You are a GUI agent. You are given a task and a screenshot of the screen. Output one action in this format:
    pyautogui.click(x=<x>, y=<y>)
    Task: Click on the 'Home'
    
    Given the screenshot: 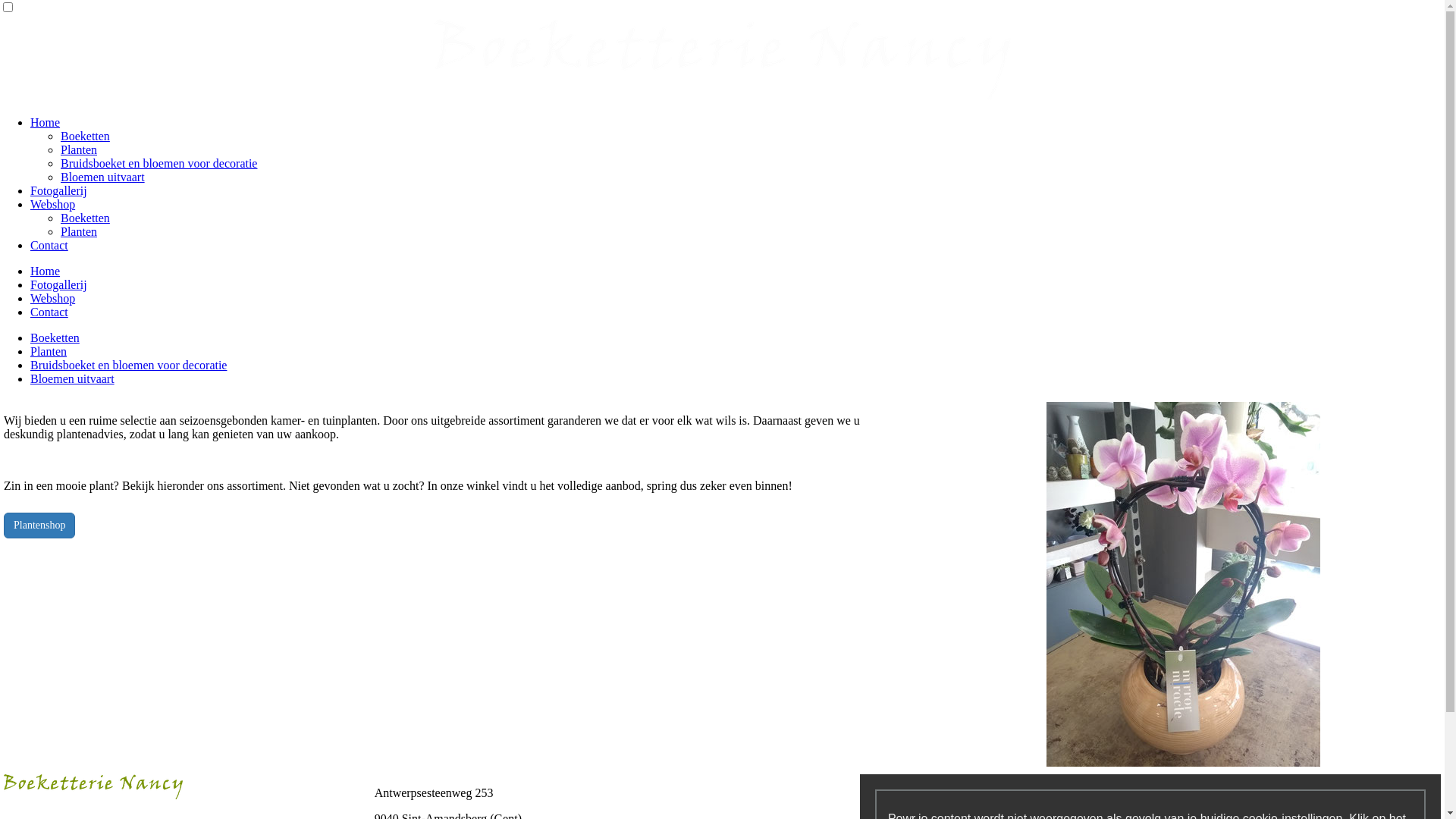 What is the action you would take?
    pyautogui.click(x=30, y=121)
    